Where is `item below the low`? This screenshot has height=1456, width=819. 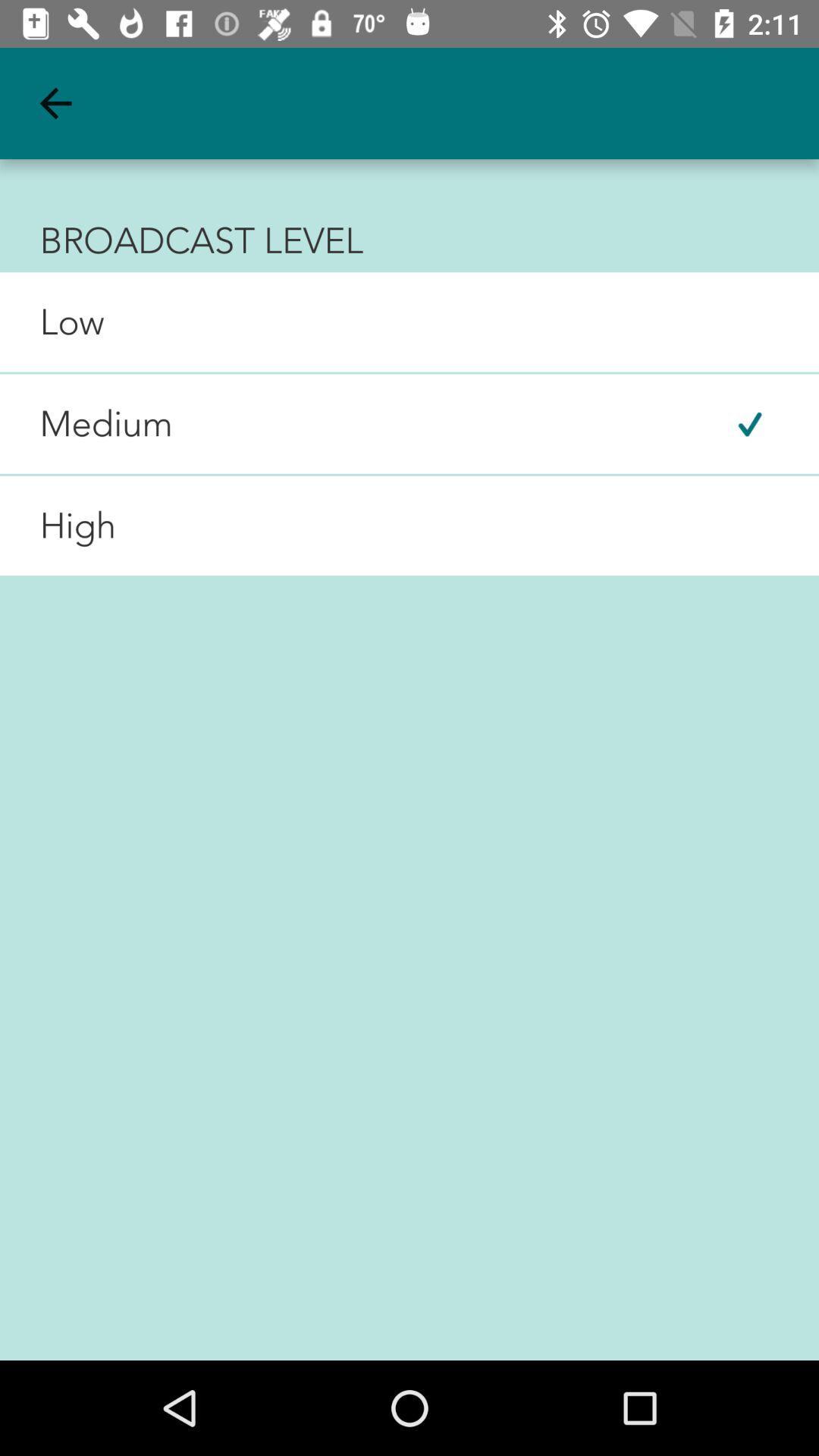 item below the low is located at coordinates (86, 424).